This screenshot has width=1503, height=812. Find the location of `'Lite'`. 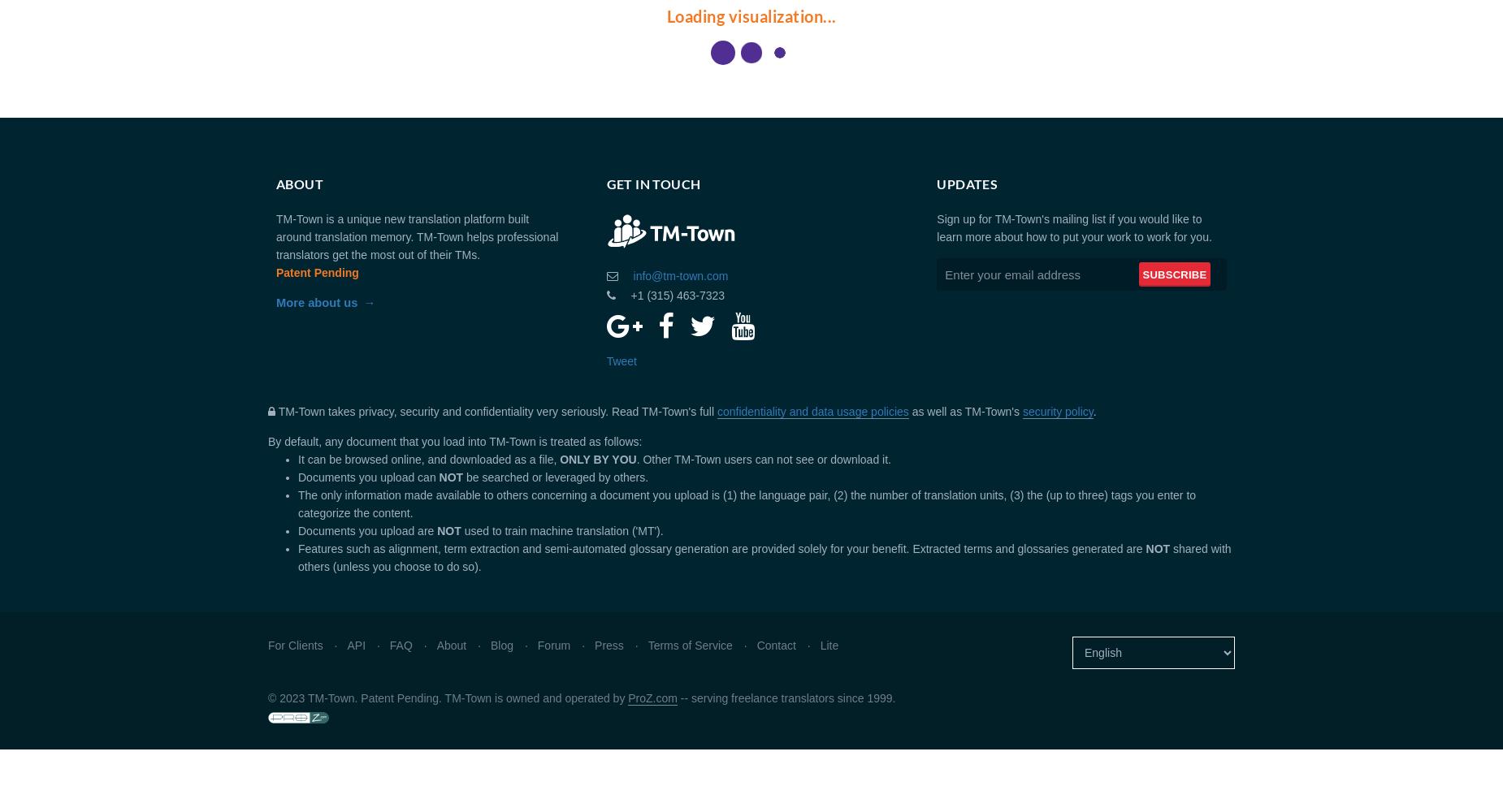

'Lite' is located at coordinates (828, 646).